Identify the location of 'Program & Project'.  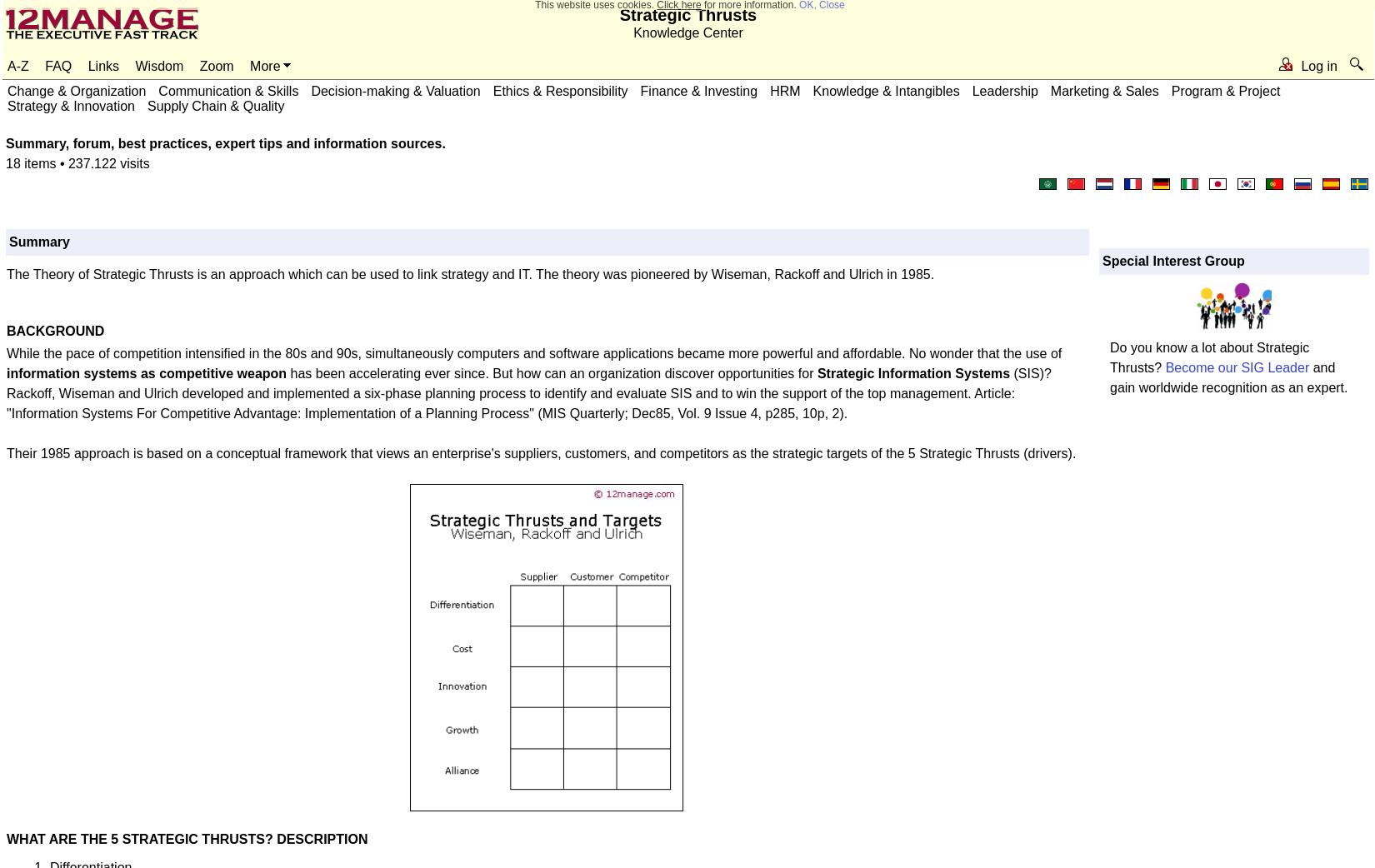
(1224, 91).